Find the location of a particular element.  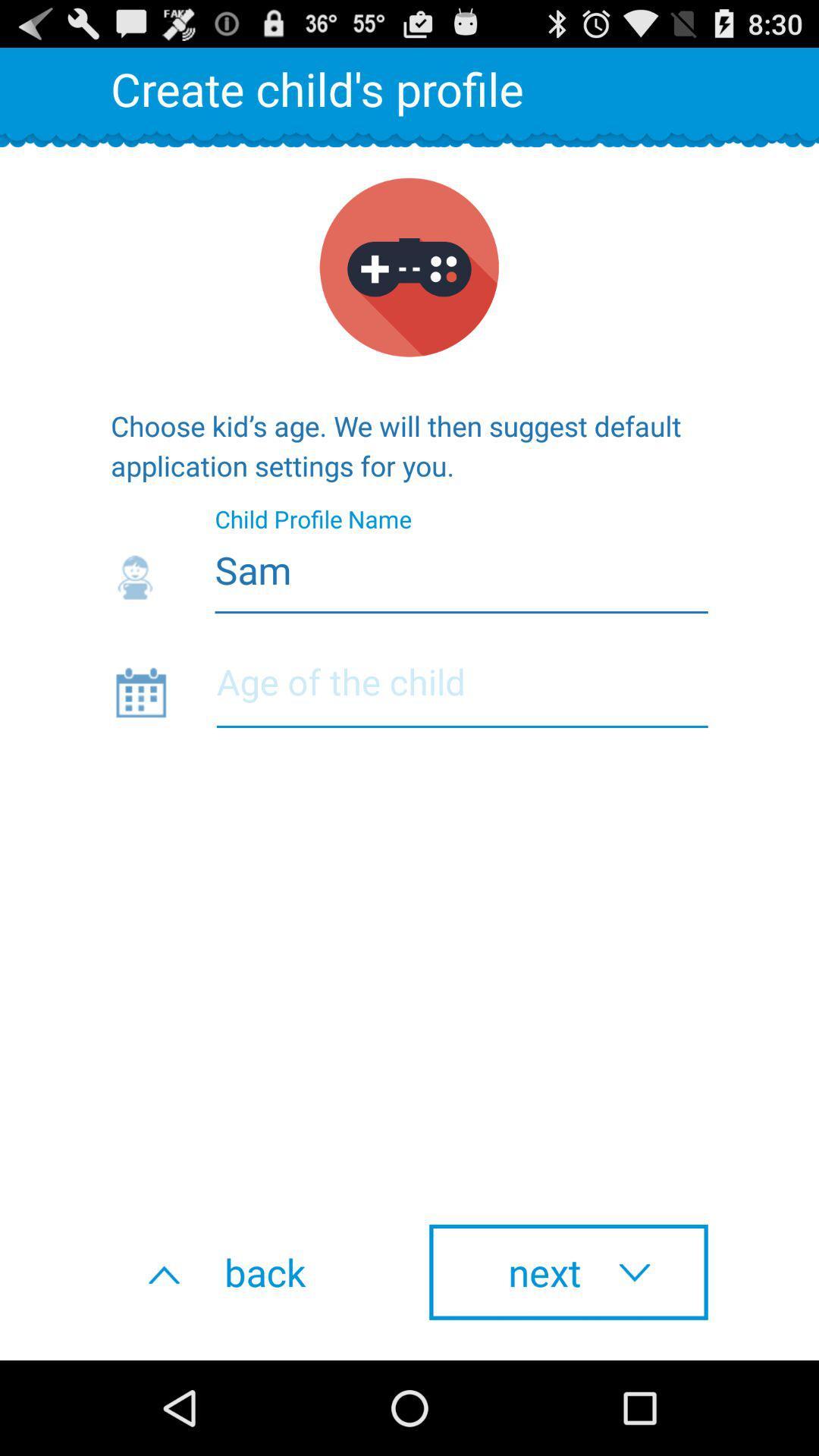

the icon next to the next button is located at coordinates (249, 1272).